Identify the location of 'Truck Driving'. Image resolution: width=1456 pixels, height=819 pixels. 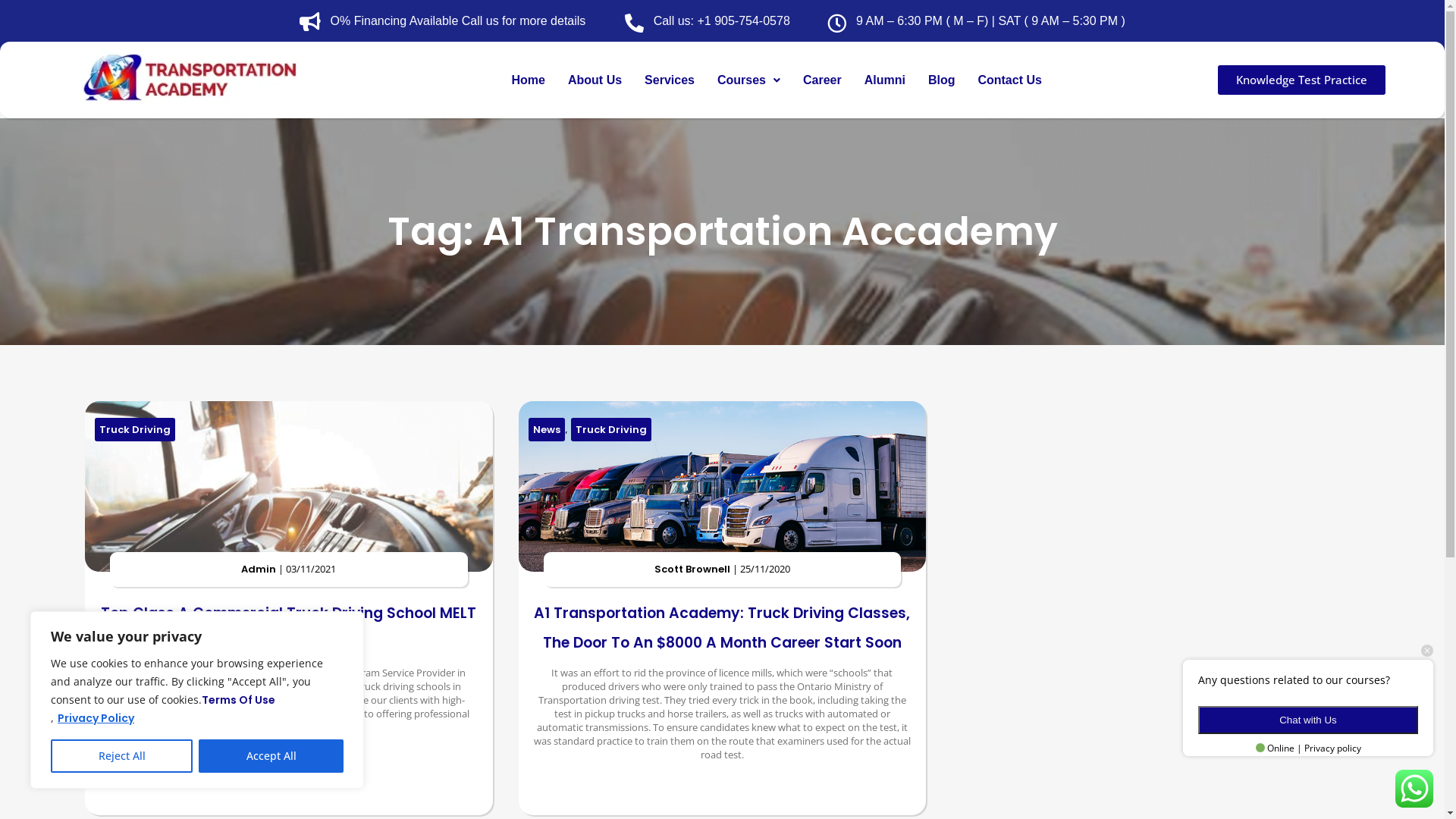
(611, 429).